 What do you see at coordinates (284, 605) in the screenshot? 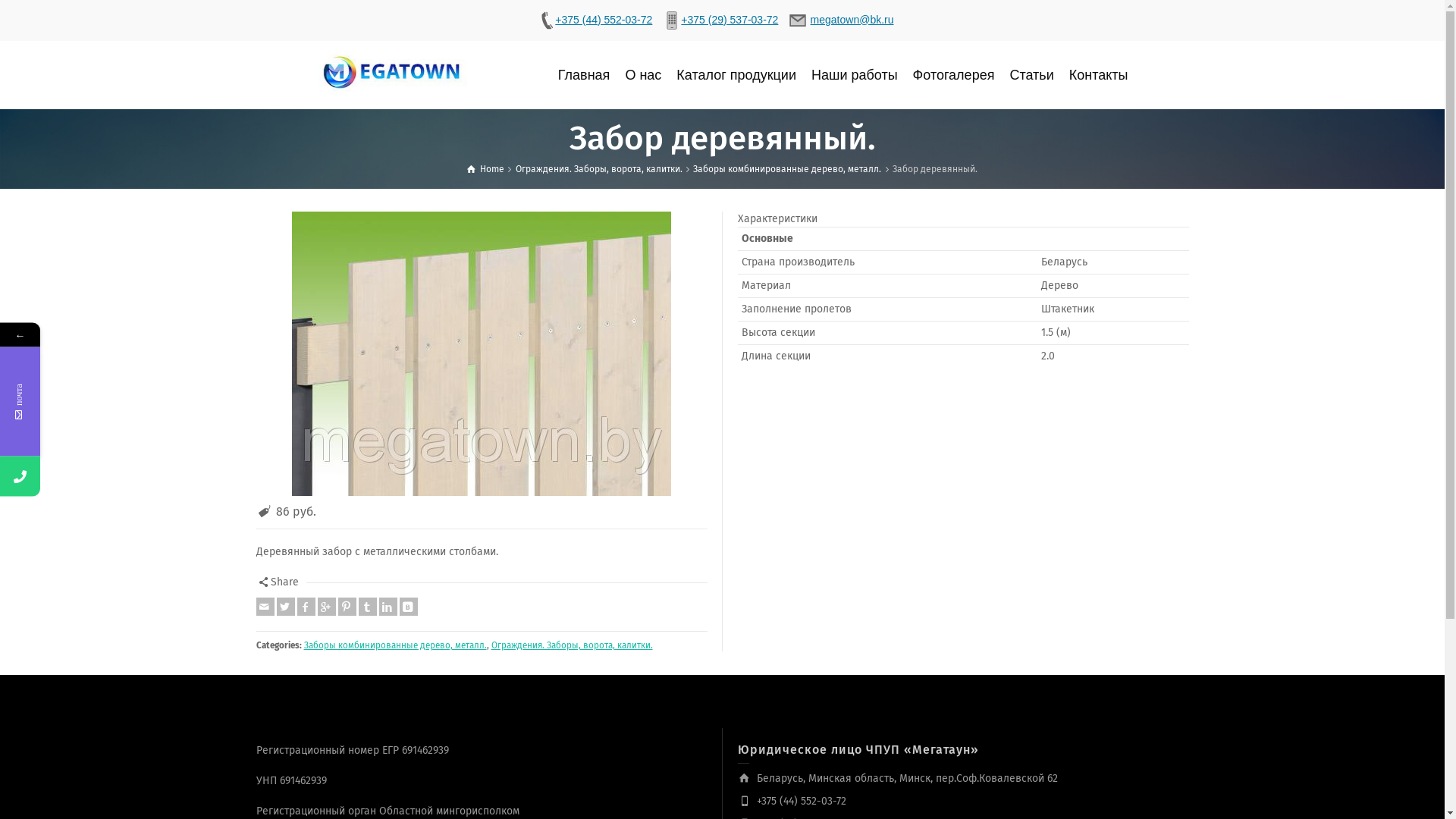
I see `'Twitter'` at bounding box center [284, 605].